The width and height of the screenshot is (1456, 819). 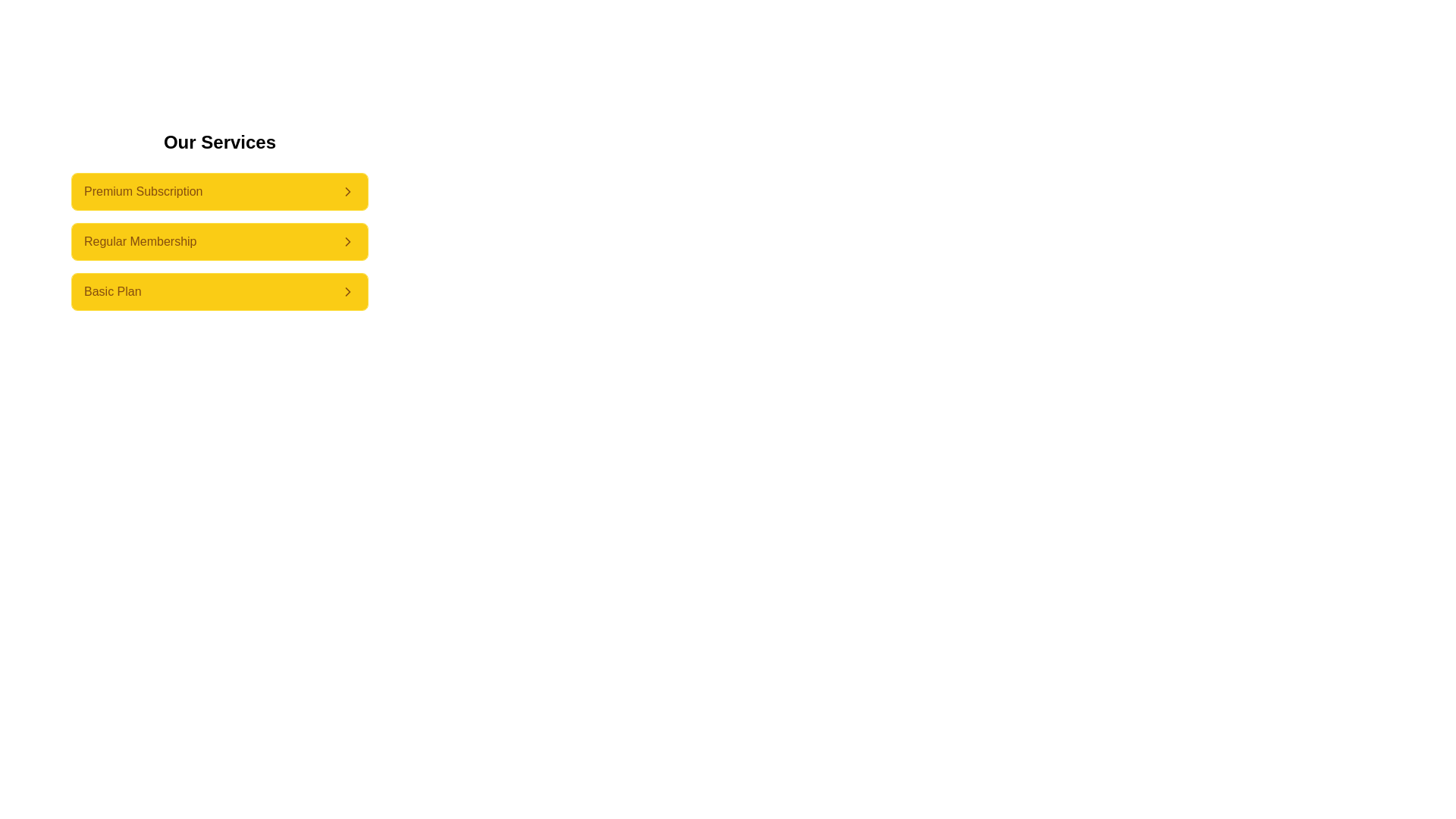 I want to click on the chevron icon located at the mid-right portion of the 'Regular Membership' button, so click(x=347, y=241).